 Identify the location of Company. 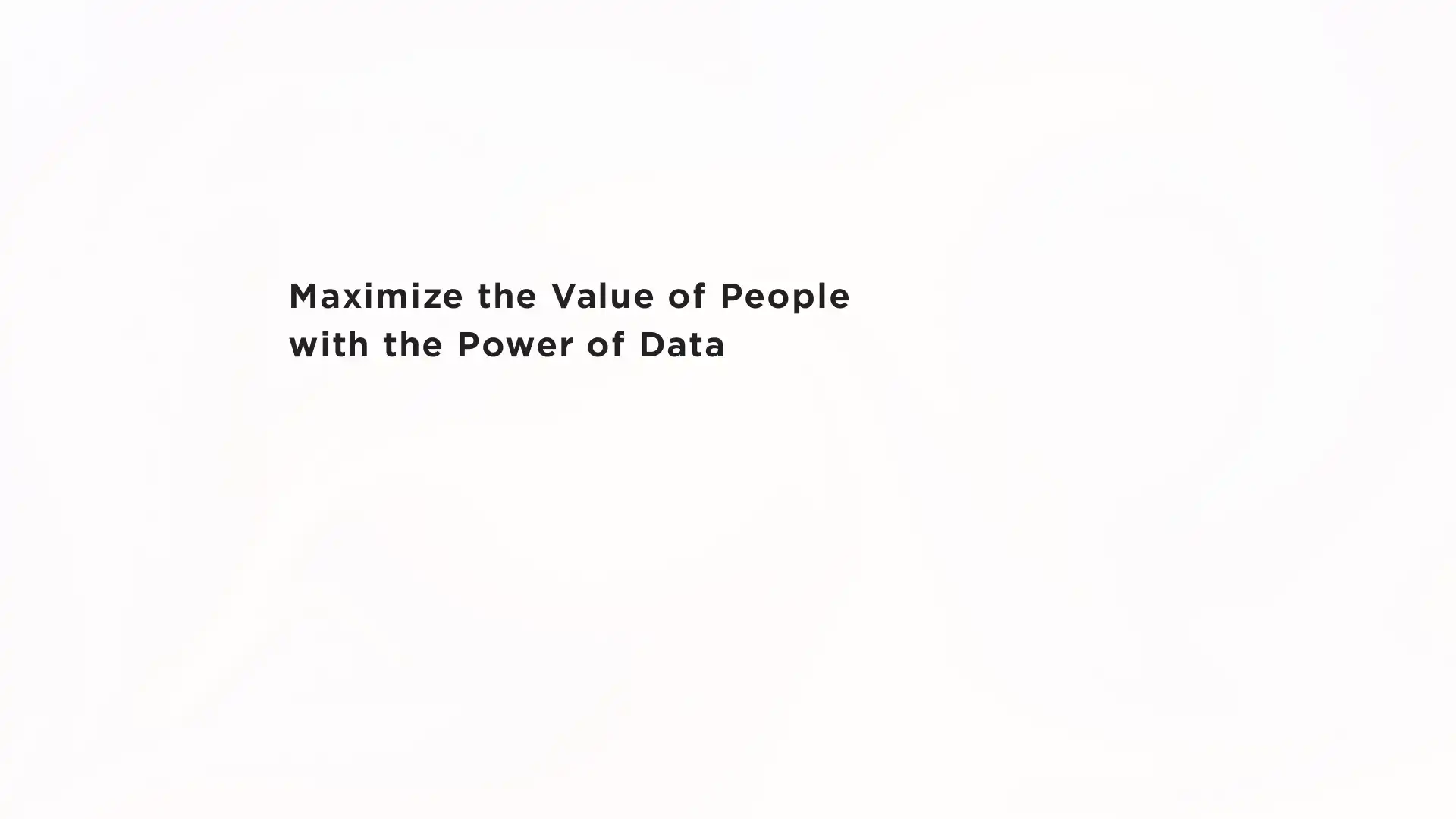
(538, 55).